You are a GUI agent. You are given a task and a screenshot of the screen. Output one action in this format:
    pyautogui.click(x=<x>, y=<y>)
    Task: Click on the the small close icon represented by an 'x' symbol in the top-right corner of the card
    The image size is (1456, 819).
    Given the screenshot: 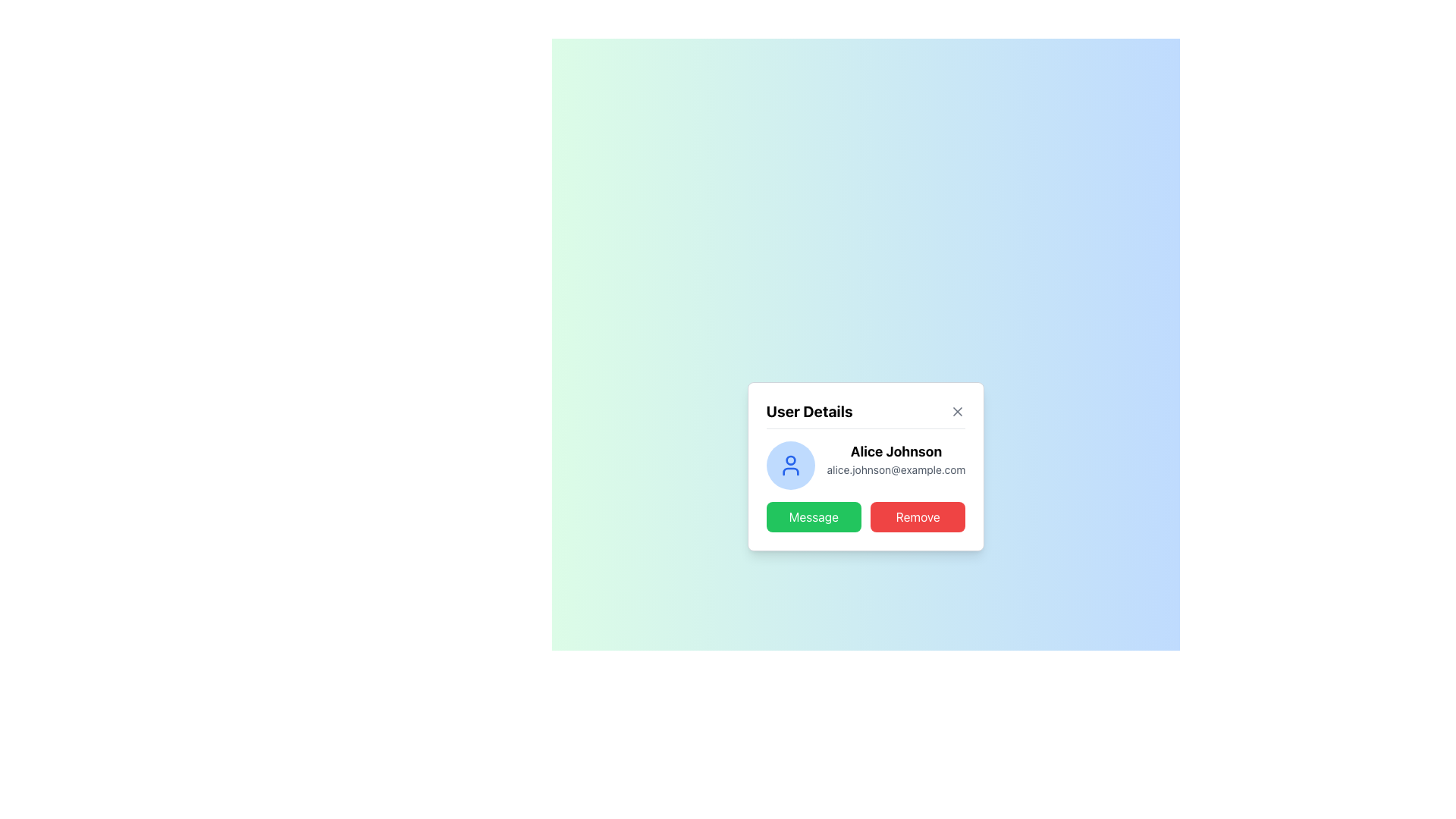 What is the action you would take?
    pyautogui.click(x=957, y=411)
    